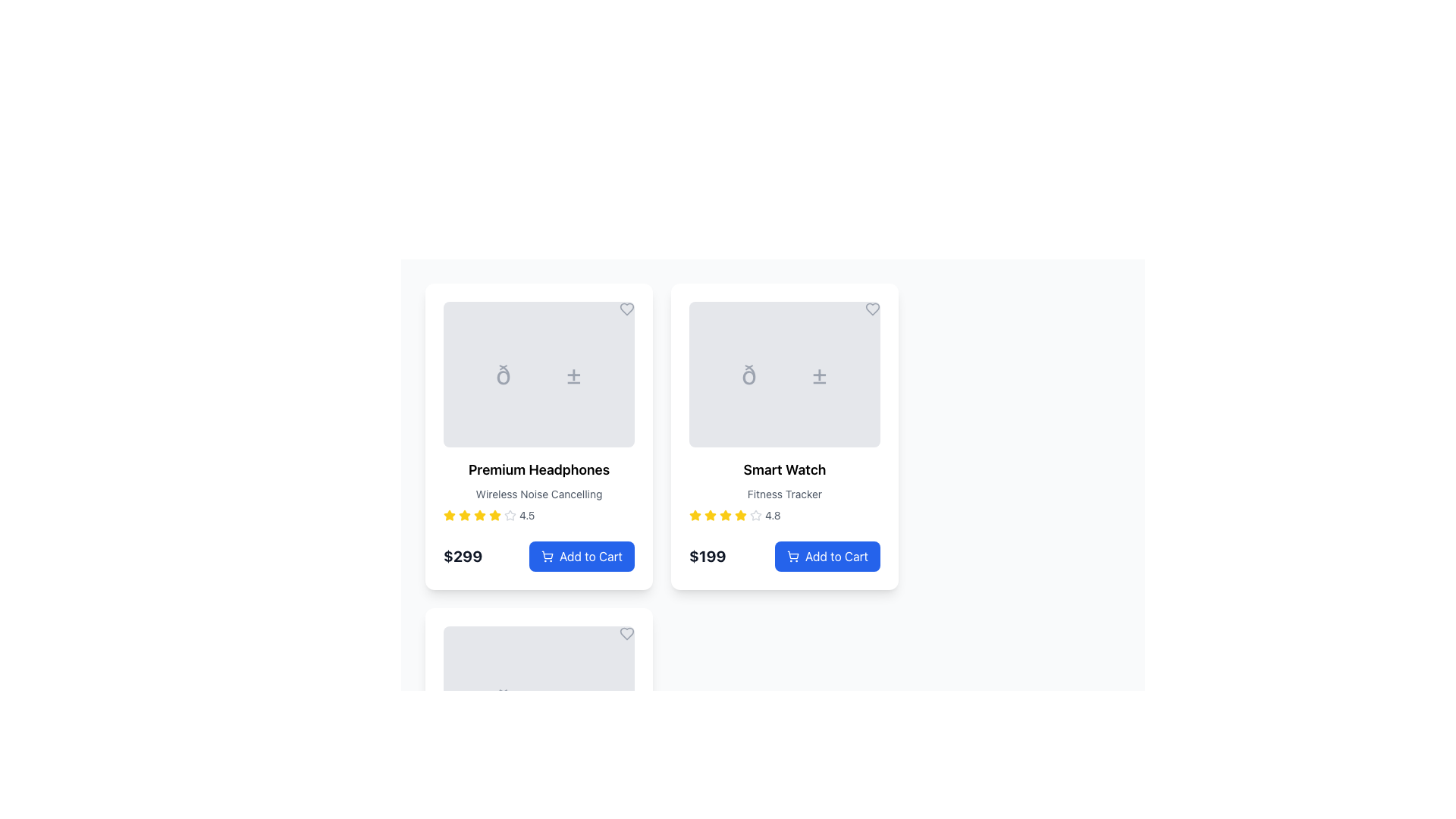  I want to click on the rating system, so click(724, 514).